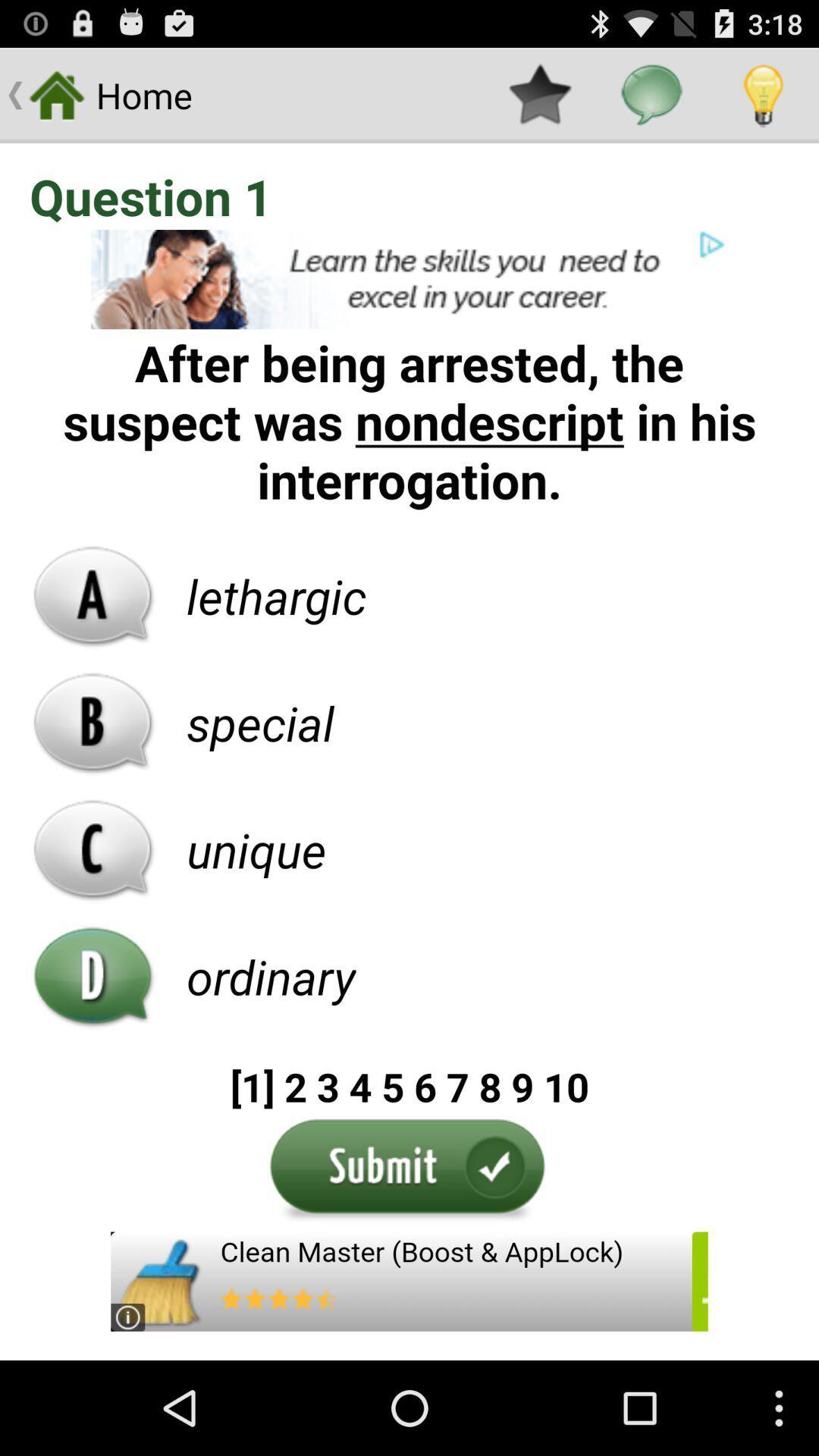 Image resolution: width=819 pixels, height=1456 pixels. Describe the element at coordinates (271, 976) in the screenshot. I see `the text which is below the unique` at that location.